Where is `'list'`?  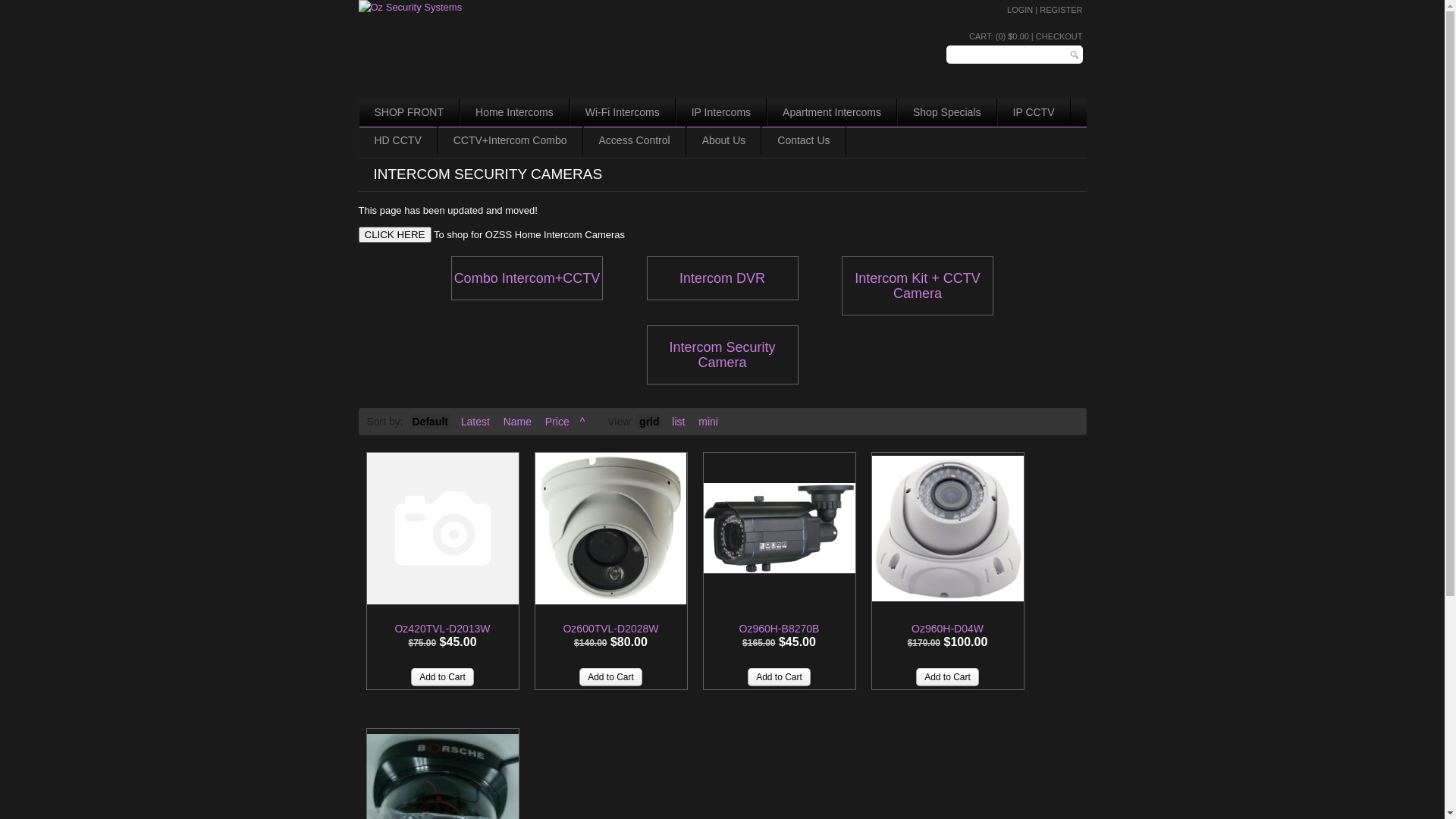
'list' is located at coordinates (667, 421).